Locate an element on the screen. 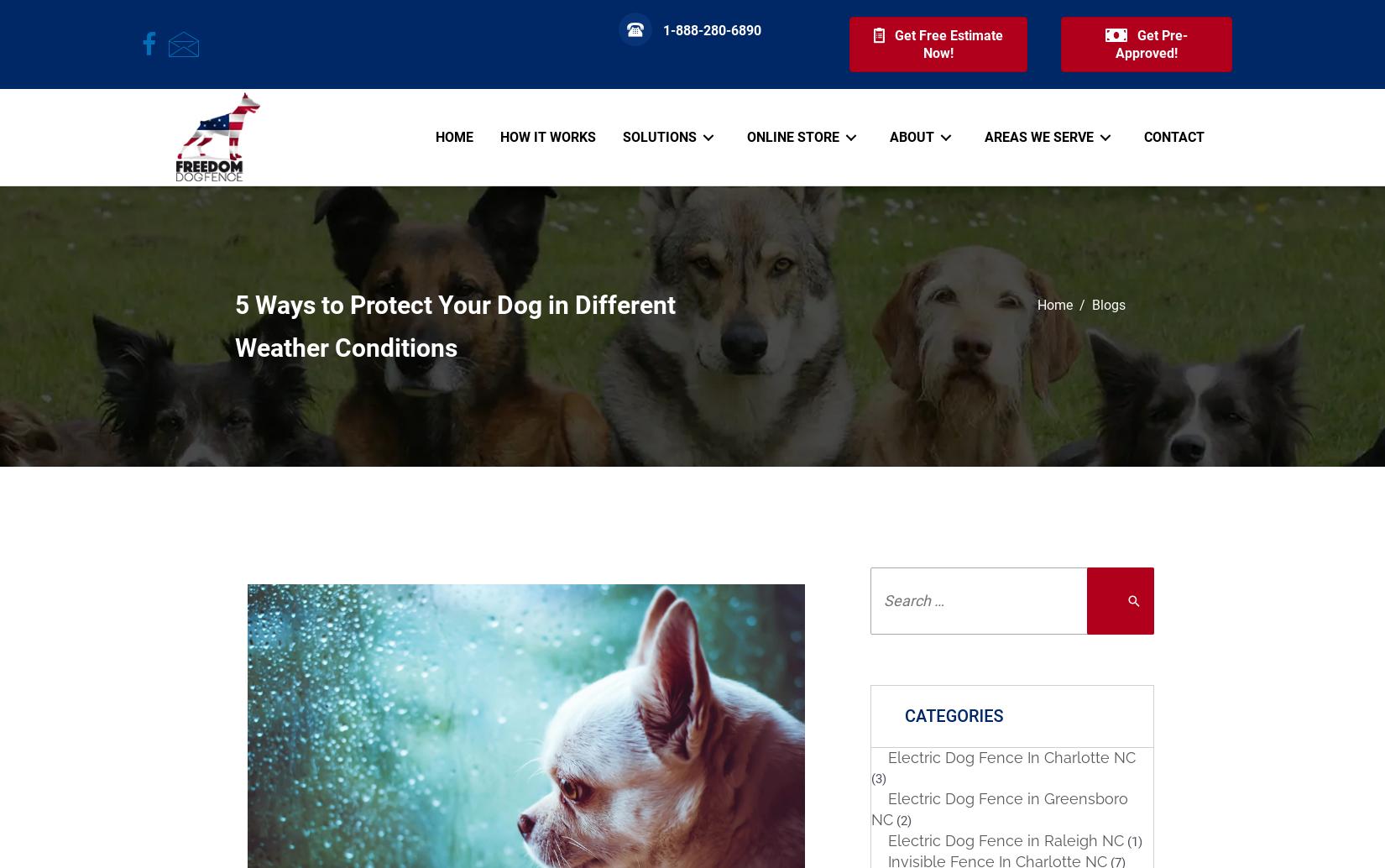 Image resolution: width=1385 pixels, height=868 pixels. '(1)' is located at coordinates (1132, 840).